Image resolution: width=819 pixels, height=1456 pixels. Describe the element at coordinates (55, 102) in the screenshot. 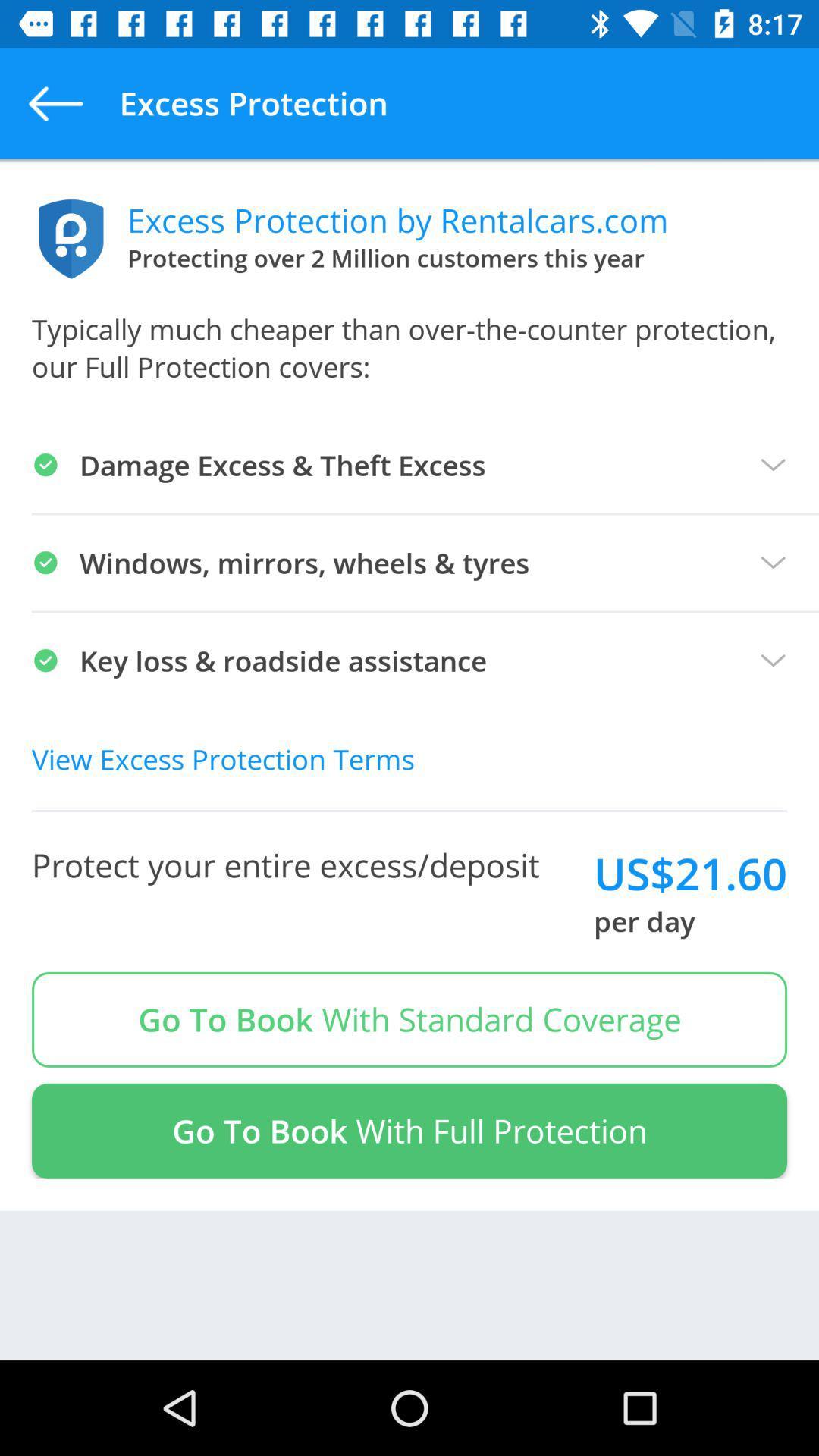

I see `the app next to the excess protection item` at that location.